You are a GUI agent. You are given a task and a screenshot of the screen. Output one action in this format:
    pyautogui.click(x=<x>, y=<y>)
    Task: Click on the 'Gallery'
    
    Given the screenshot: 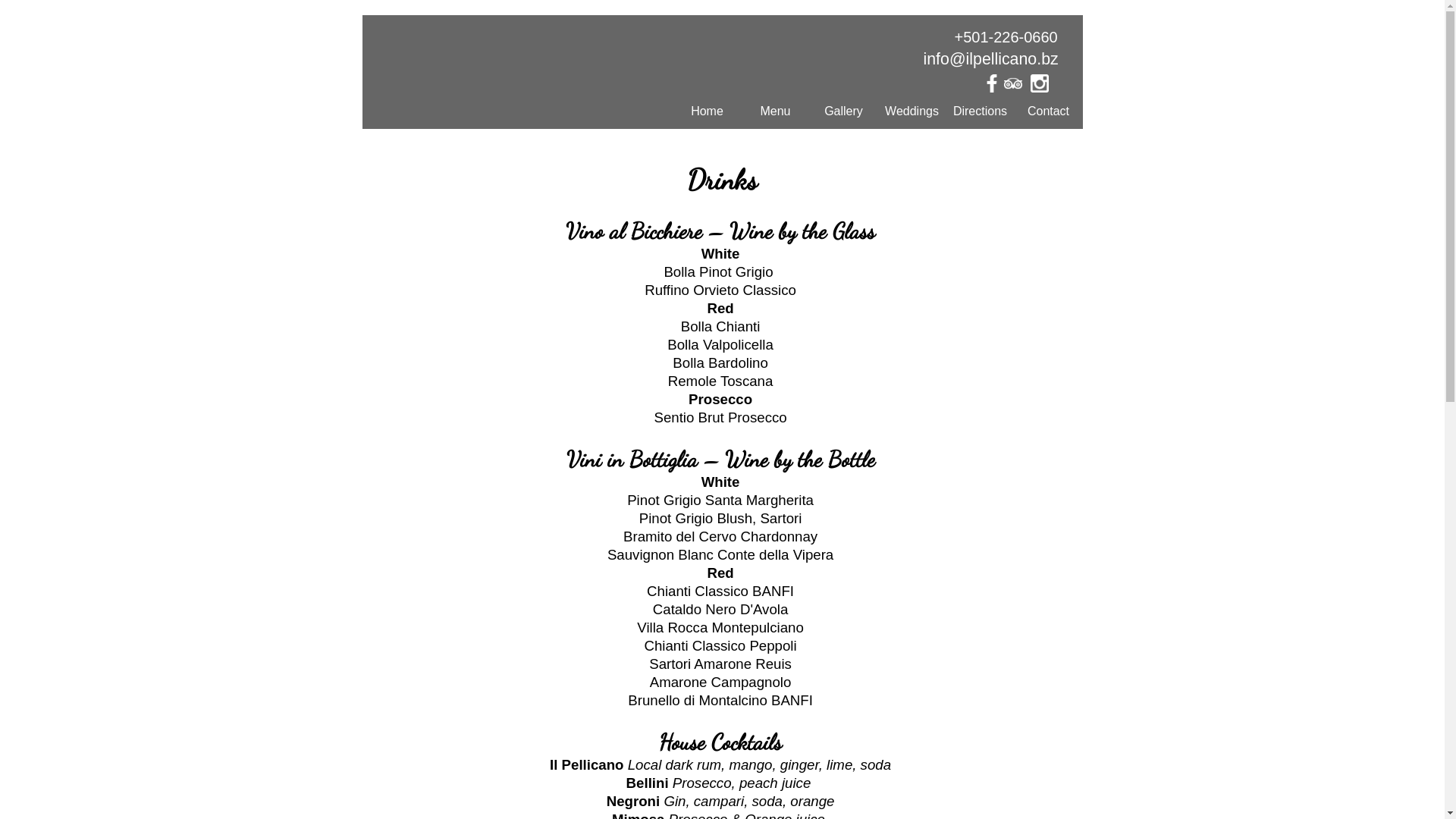 What is the action you would take?
    pyautogui.click(x=843, y=110)
    